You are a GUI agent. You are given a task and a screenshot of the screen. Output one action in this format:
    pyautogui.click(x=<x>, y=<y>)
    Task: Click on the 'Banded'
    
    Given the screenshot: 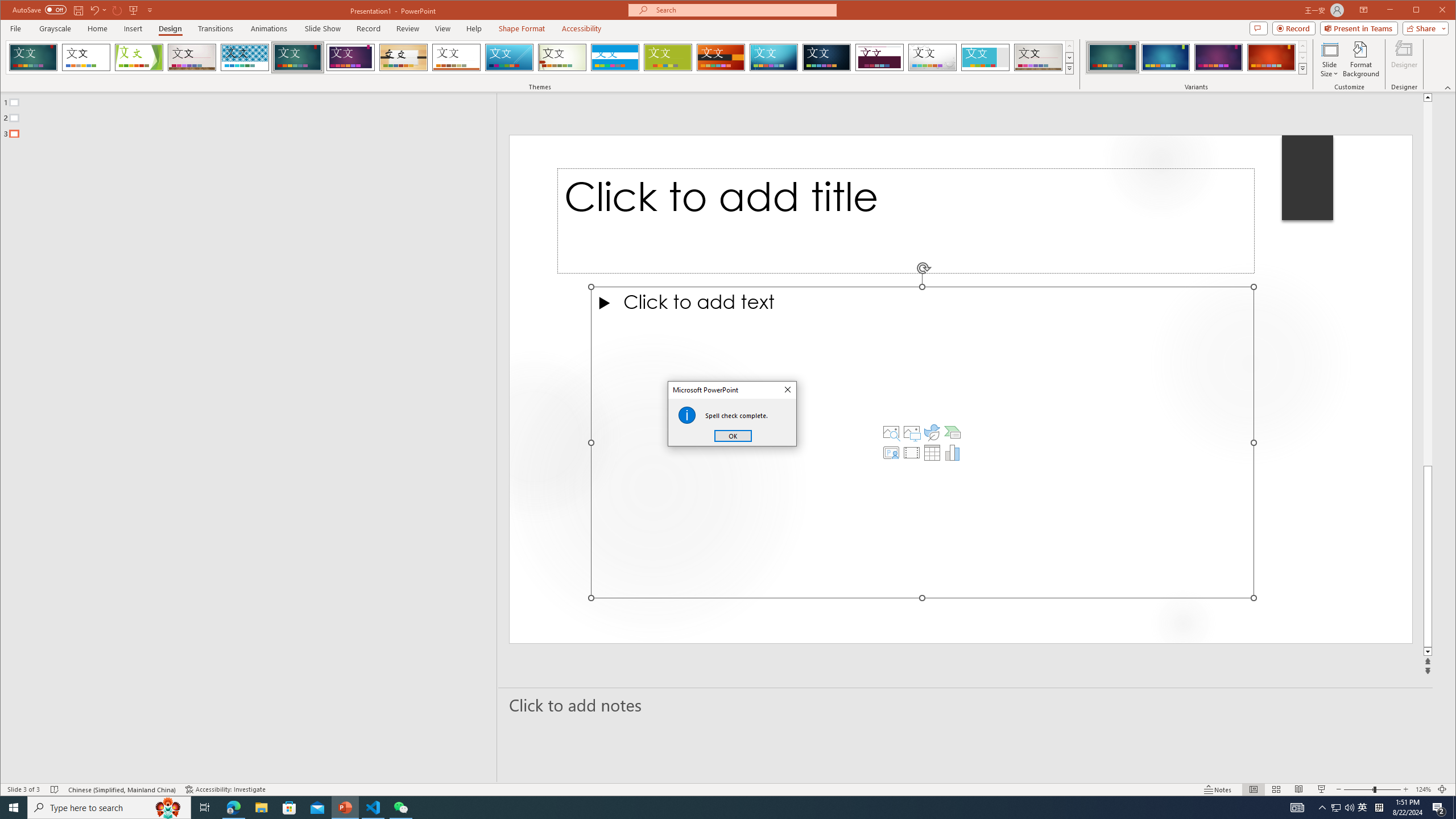 What is the action you would take?
    pyautogui.click(x=614, y=57)
    